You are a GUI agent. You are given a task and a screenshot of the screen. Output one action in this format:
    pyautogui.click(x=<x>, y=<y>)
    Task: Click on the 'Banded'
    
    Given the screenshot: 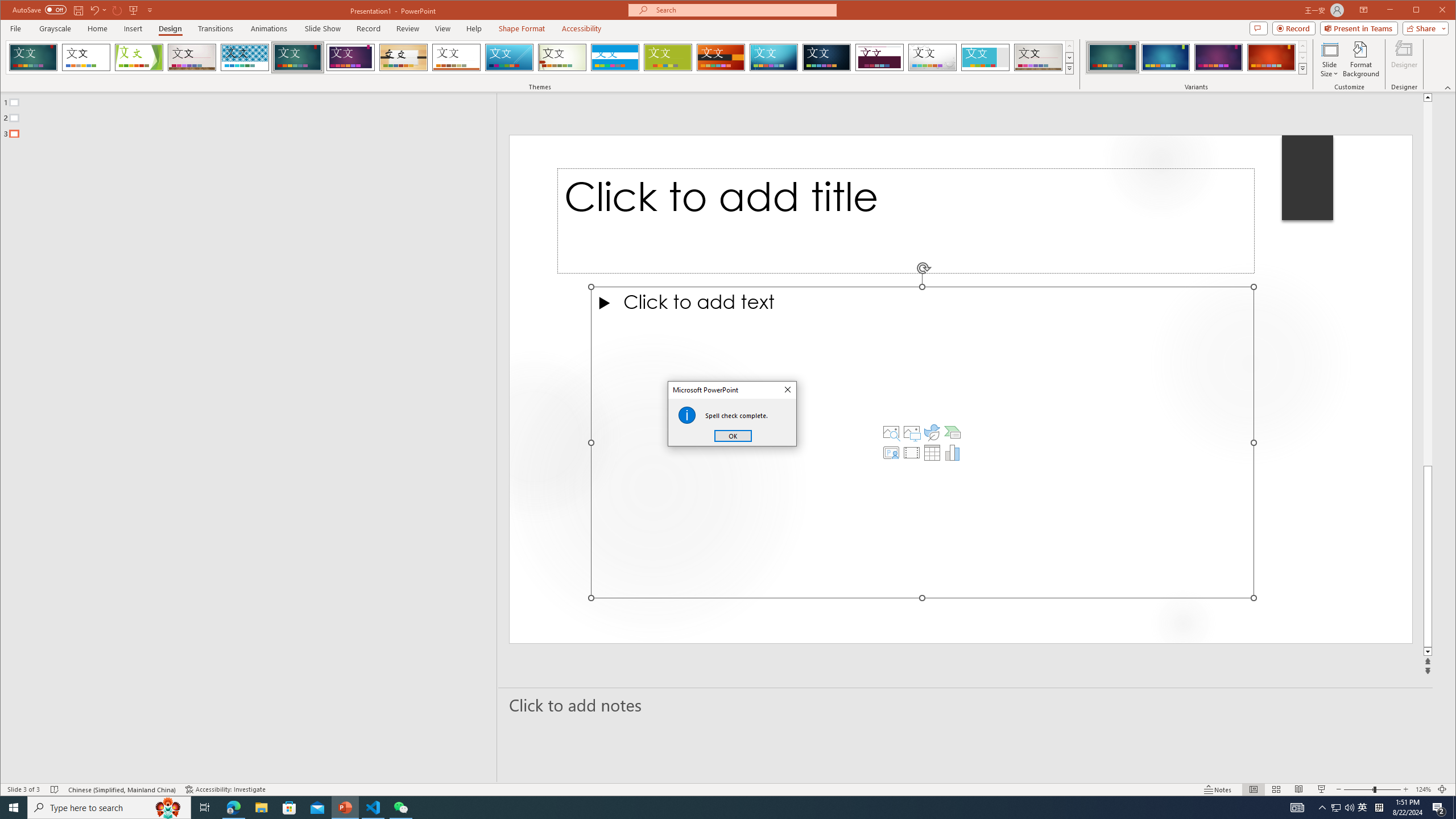 What is the action you would take?
    pyautogui.click(x=614, y=57)
    